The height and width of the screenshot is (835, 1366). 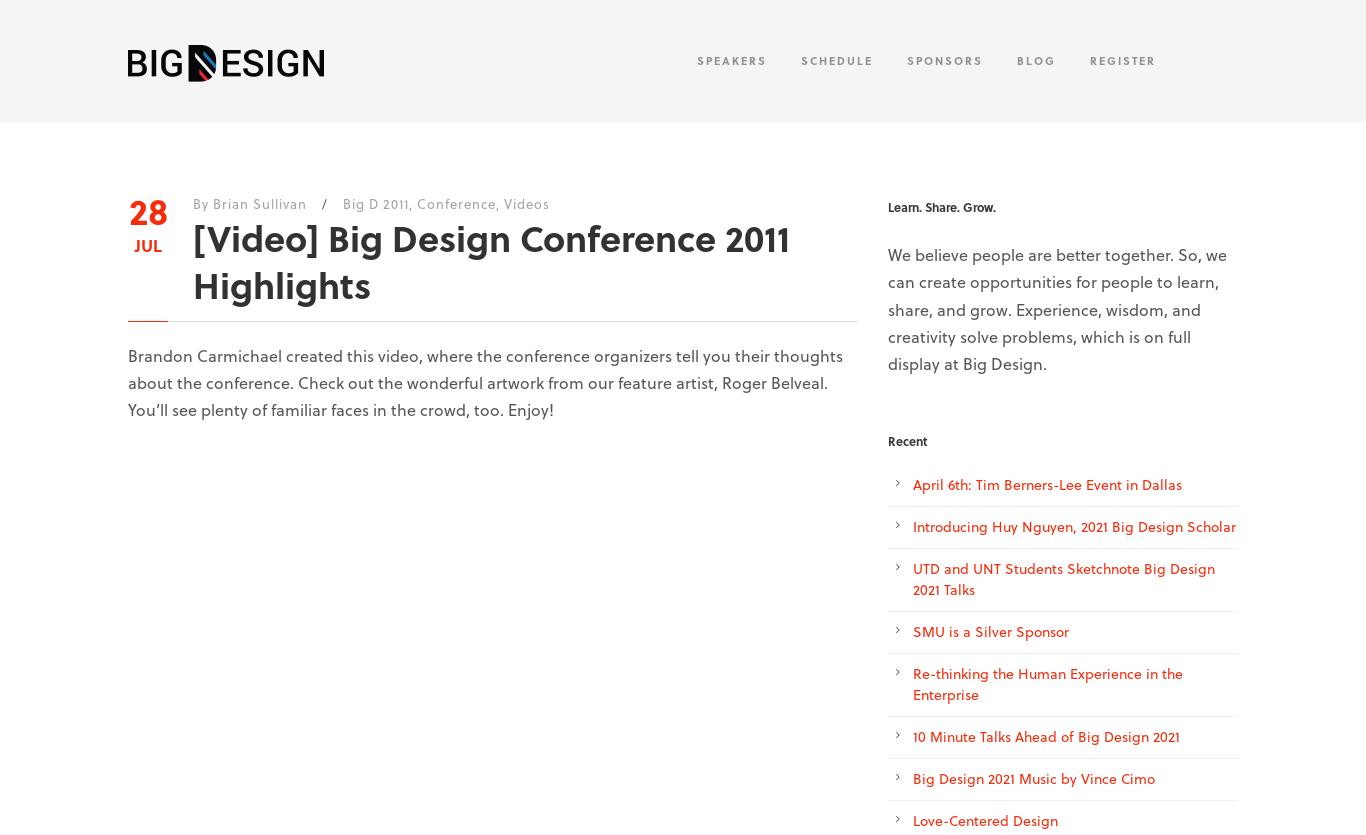 I want to click on 'Re-thinking the Human Experience in the Enterprise', so click(x=1046, y=684).